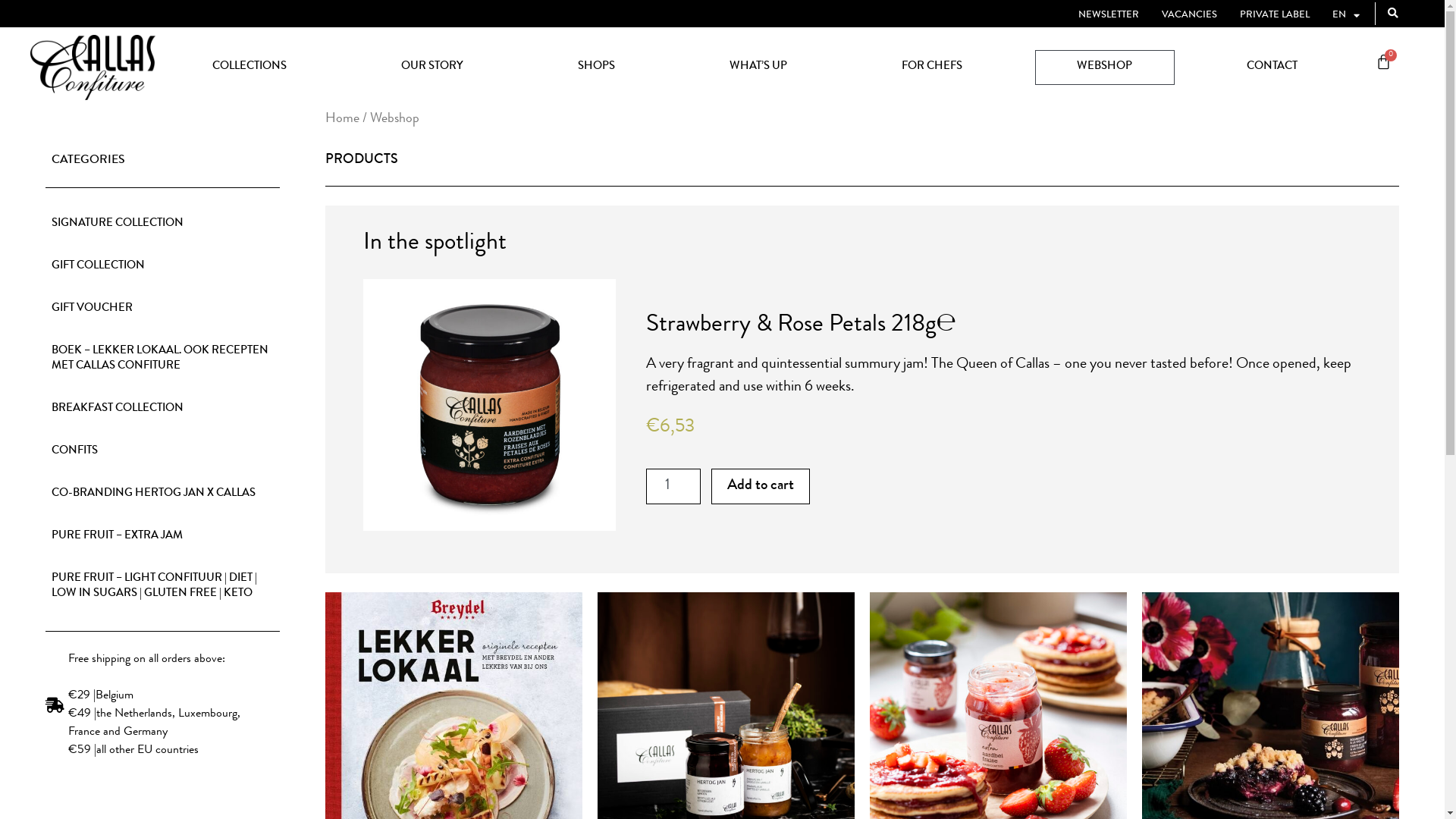  What do you see at coordinates (1357, 63) in the screenshot?
I see `'0'` at bounding box center [1357, 63].